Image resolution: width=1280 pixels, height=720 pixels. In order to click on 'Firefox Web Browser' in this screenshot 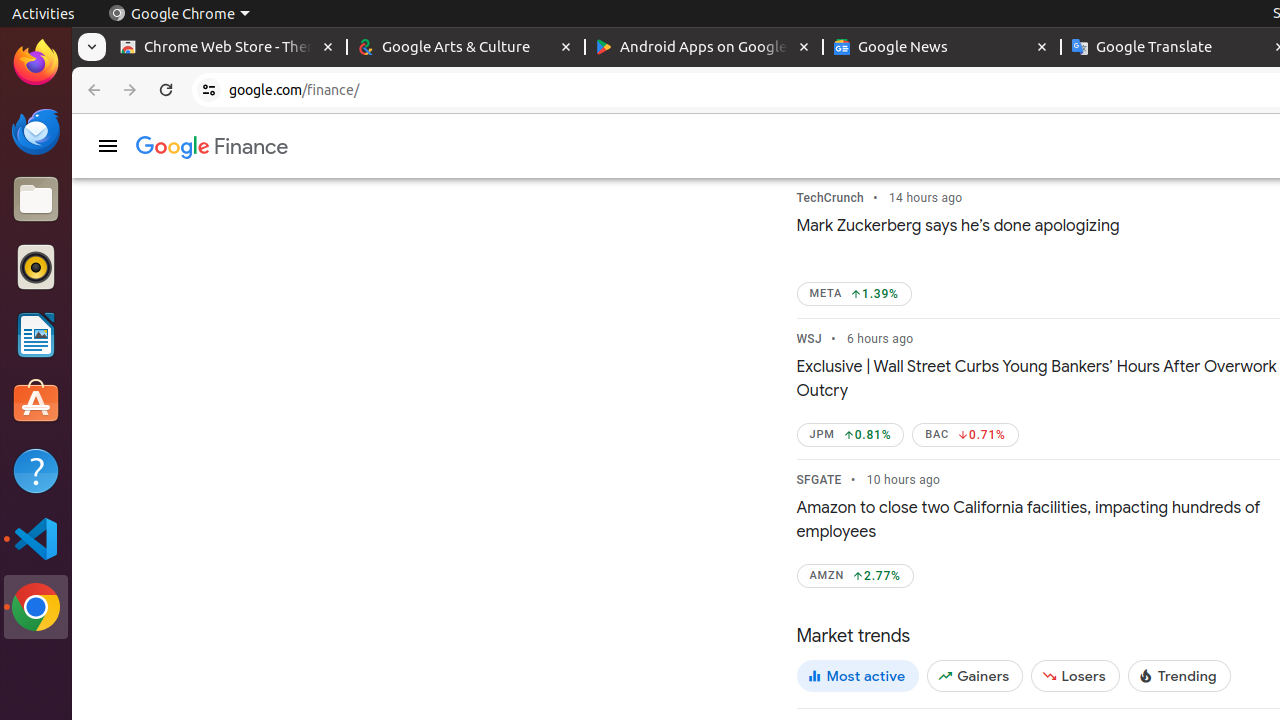, I will do `click(35, 61)`.